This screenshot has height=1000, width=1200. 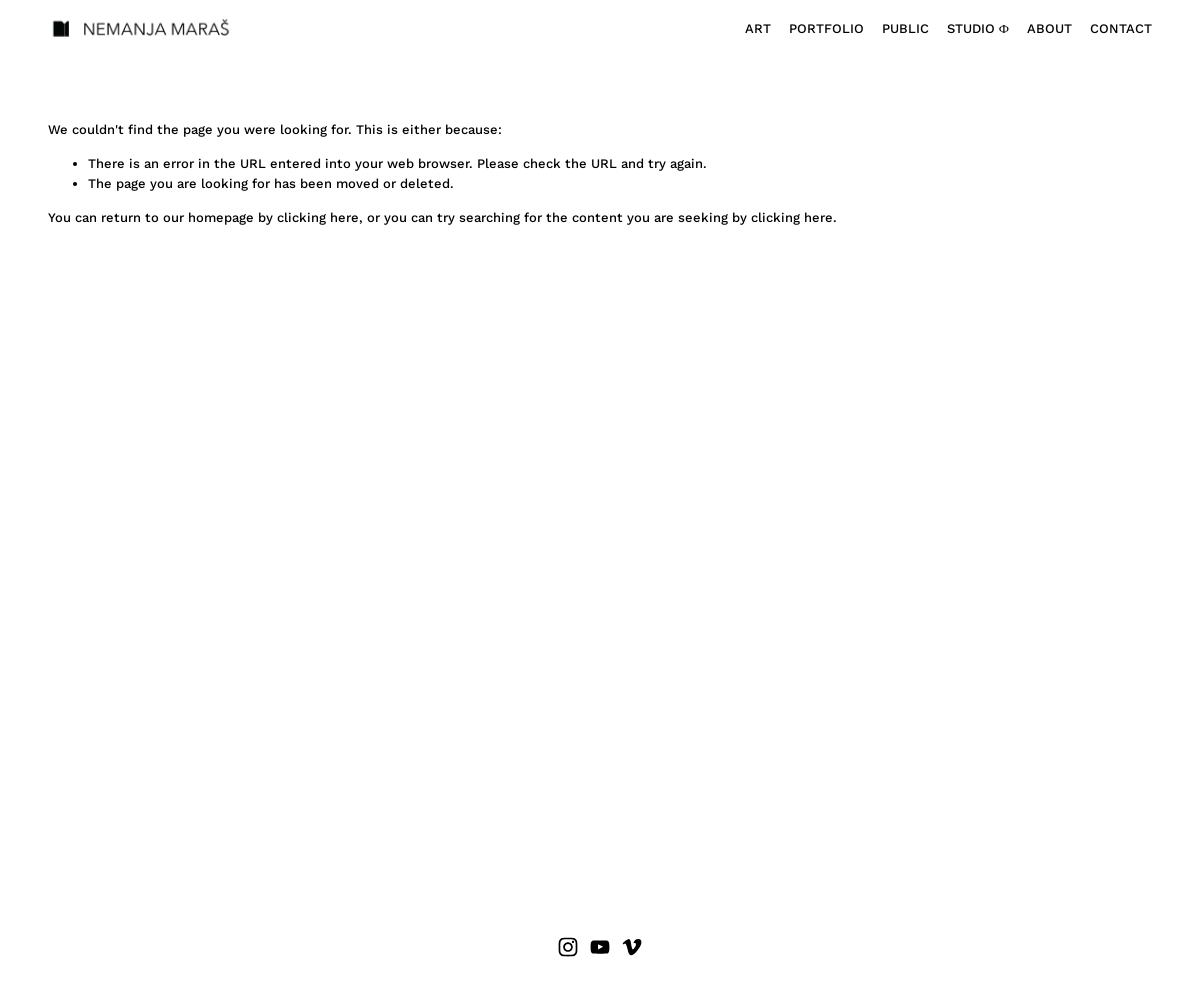 I want to click on 'There is an error in the URL entered into your web browser. Please check the URL and try again.', so click(x=397, y=162).